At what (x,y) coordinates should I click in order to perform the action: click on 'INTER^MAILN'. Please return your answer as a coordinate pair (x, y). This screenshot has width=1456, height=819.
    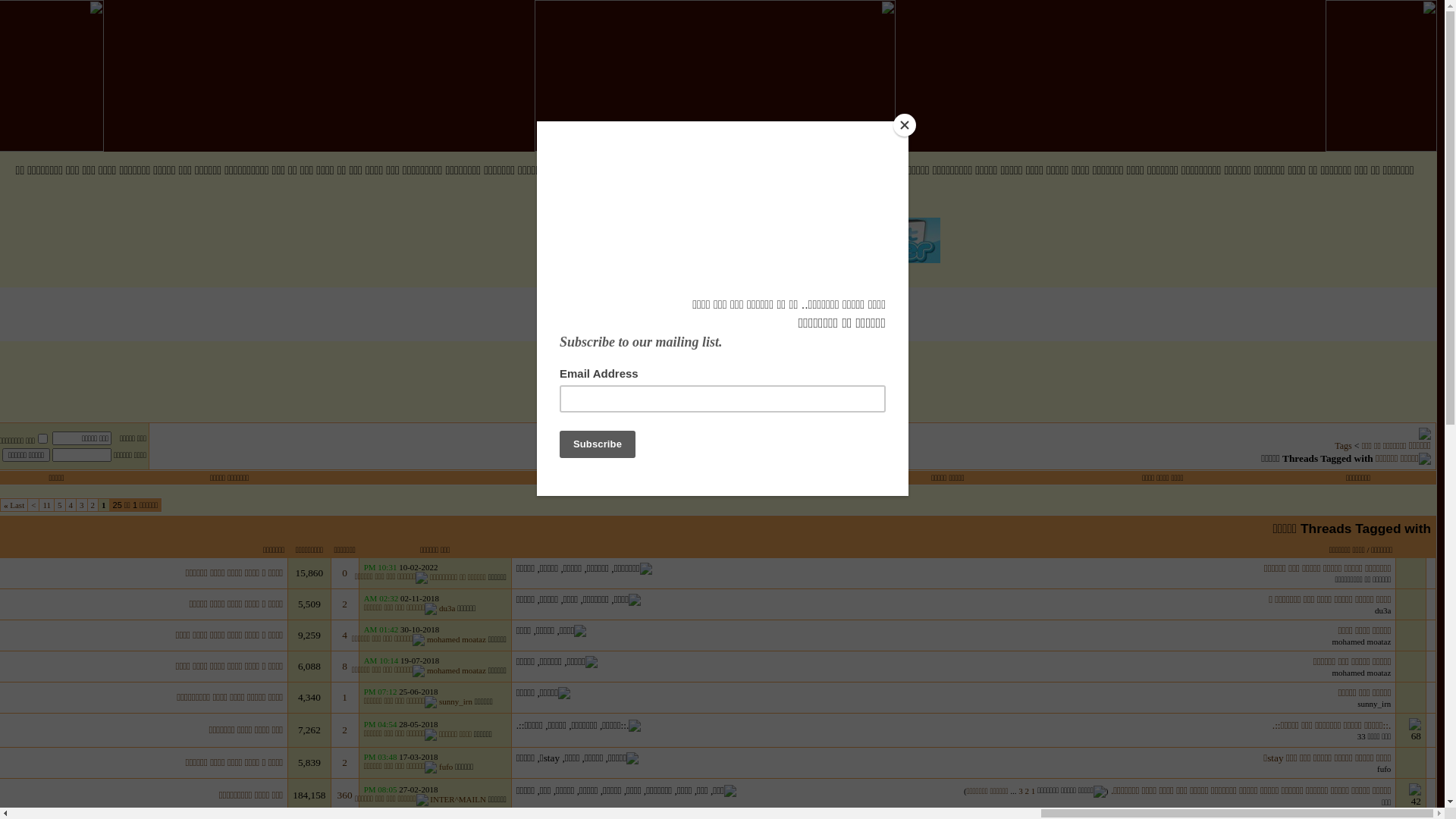
    Looking at the image, I should click on (457, 798).